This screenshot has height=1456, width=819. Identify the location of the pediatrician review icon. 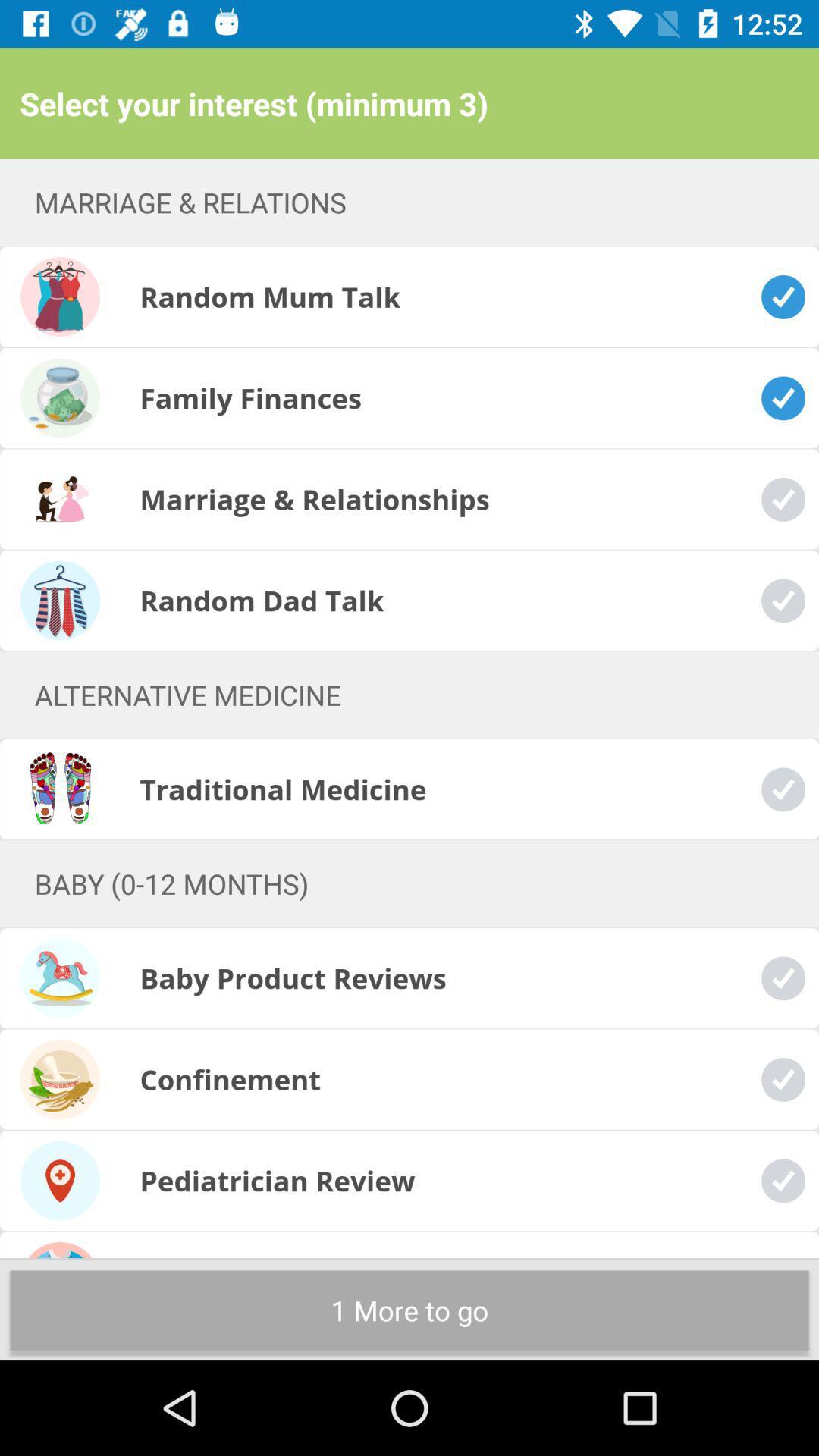
(59, 1180).